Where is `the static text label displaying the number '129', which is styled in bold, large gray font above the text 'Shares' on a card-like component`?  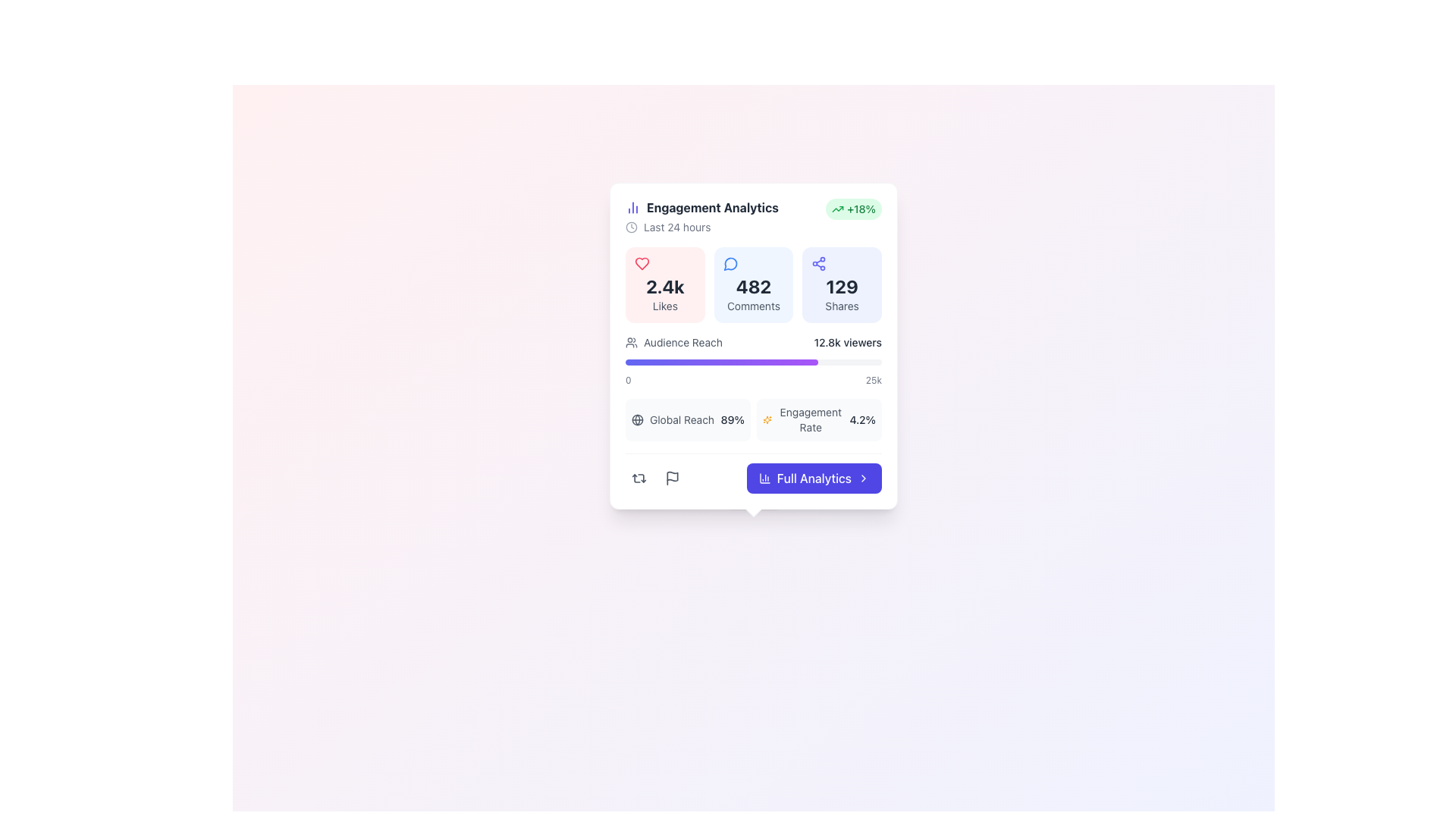
the static text label displaying the number '129', which is styled in bold, large gray font above the text 'Shares' on a card-like component is located at coordinates (841, 287).